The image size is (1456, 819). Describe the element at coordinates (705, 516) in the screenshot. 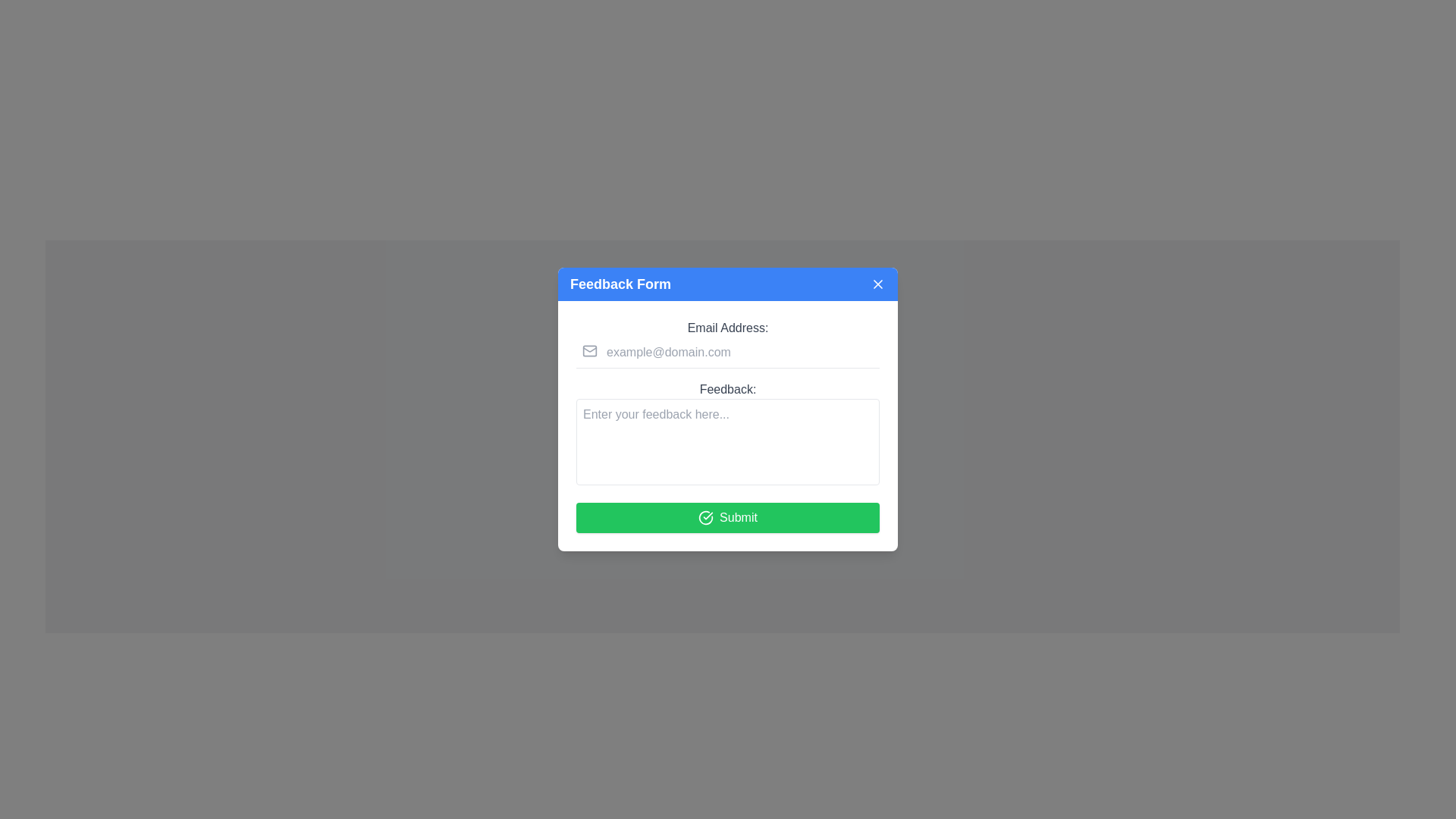

I see `the 'Submit' button by clicking the circular checkmark icon located at its top left corner` at that location.